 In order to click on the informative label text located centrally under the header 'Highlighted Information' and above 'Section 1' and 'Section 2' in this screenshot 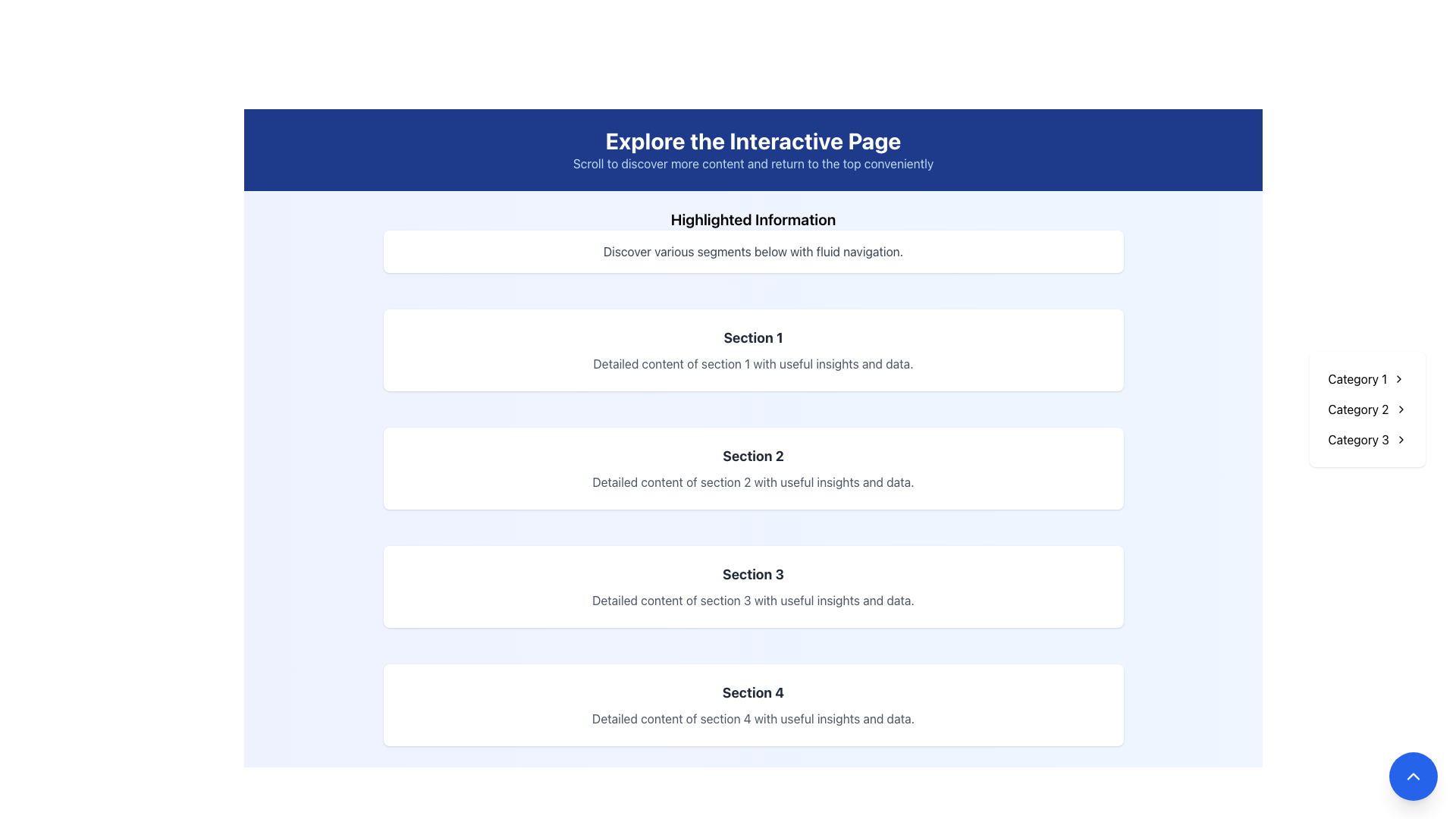, I will do `click(753, 250)`.